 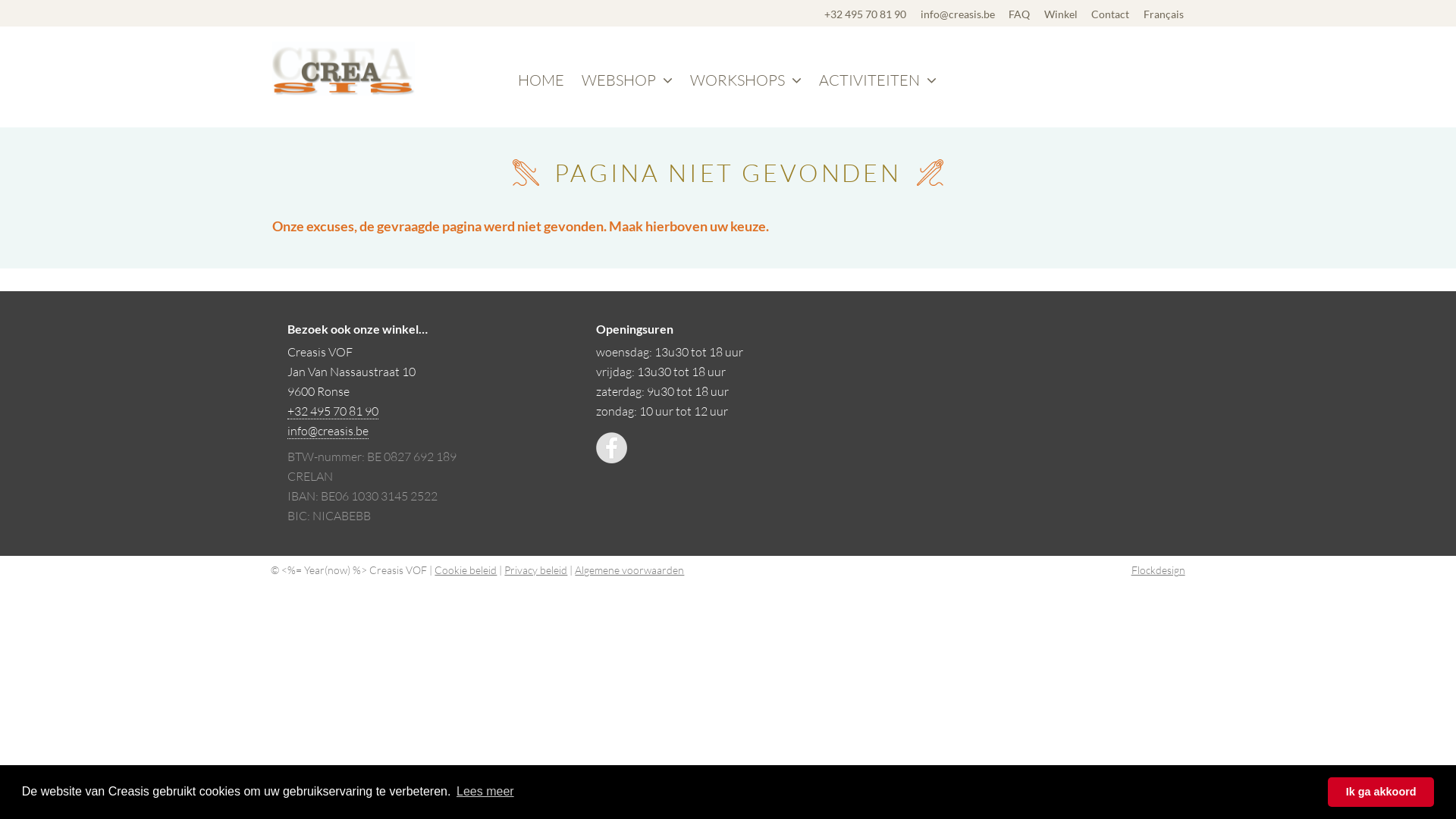 I want to click on 'HOME', so click(x=541, y=80).